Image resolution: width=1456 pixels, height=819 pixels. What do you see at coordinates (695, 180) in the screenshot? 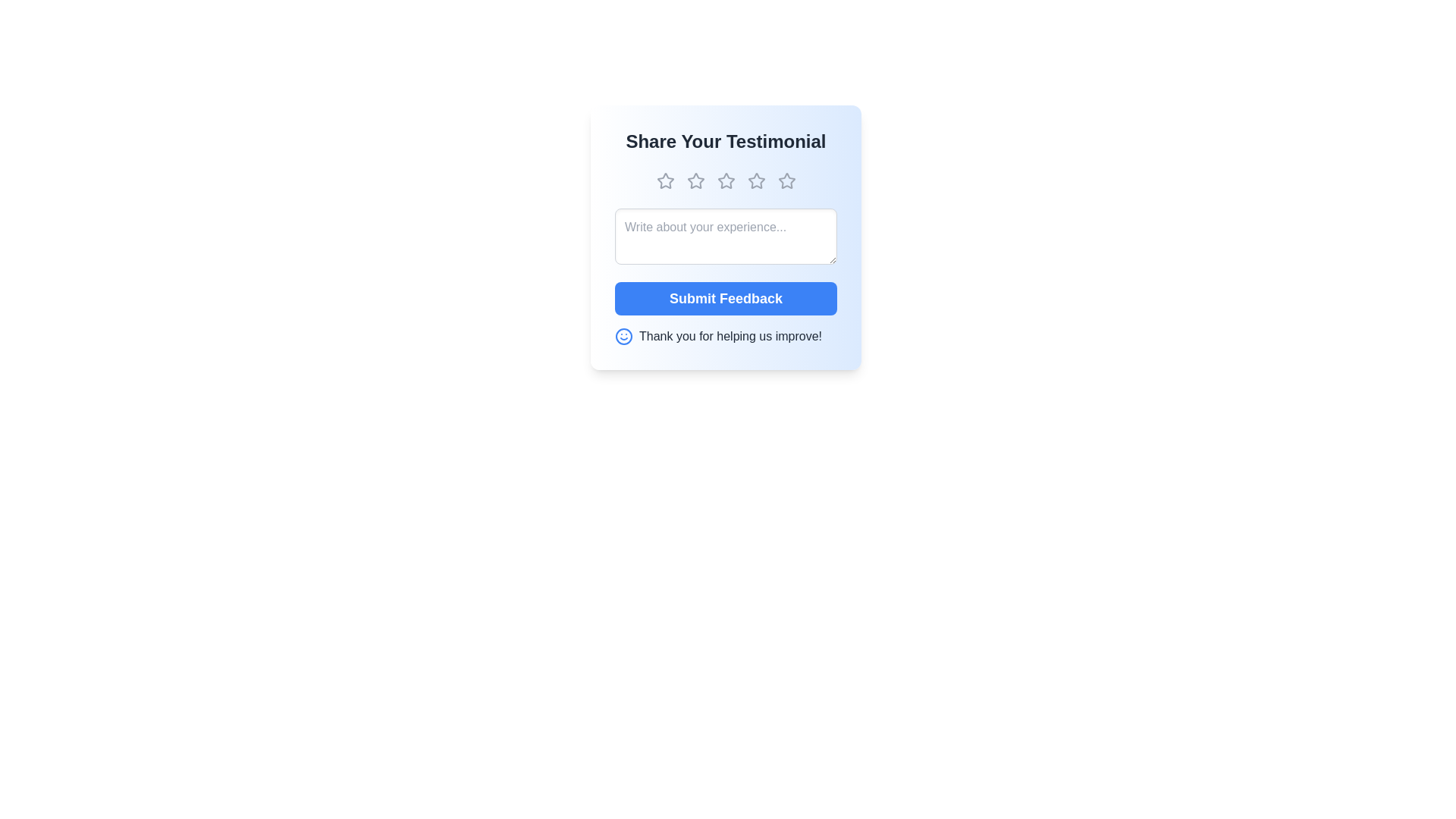
I see `the star corresponding to the desired rating of 2` at bounding box center [695, 180].